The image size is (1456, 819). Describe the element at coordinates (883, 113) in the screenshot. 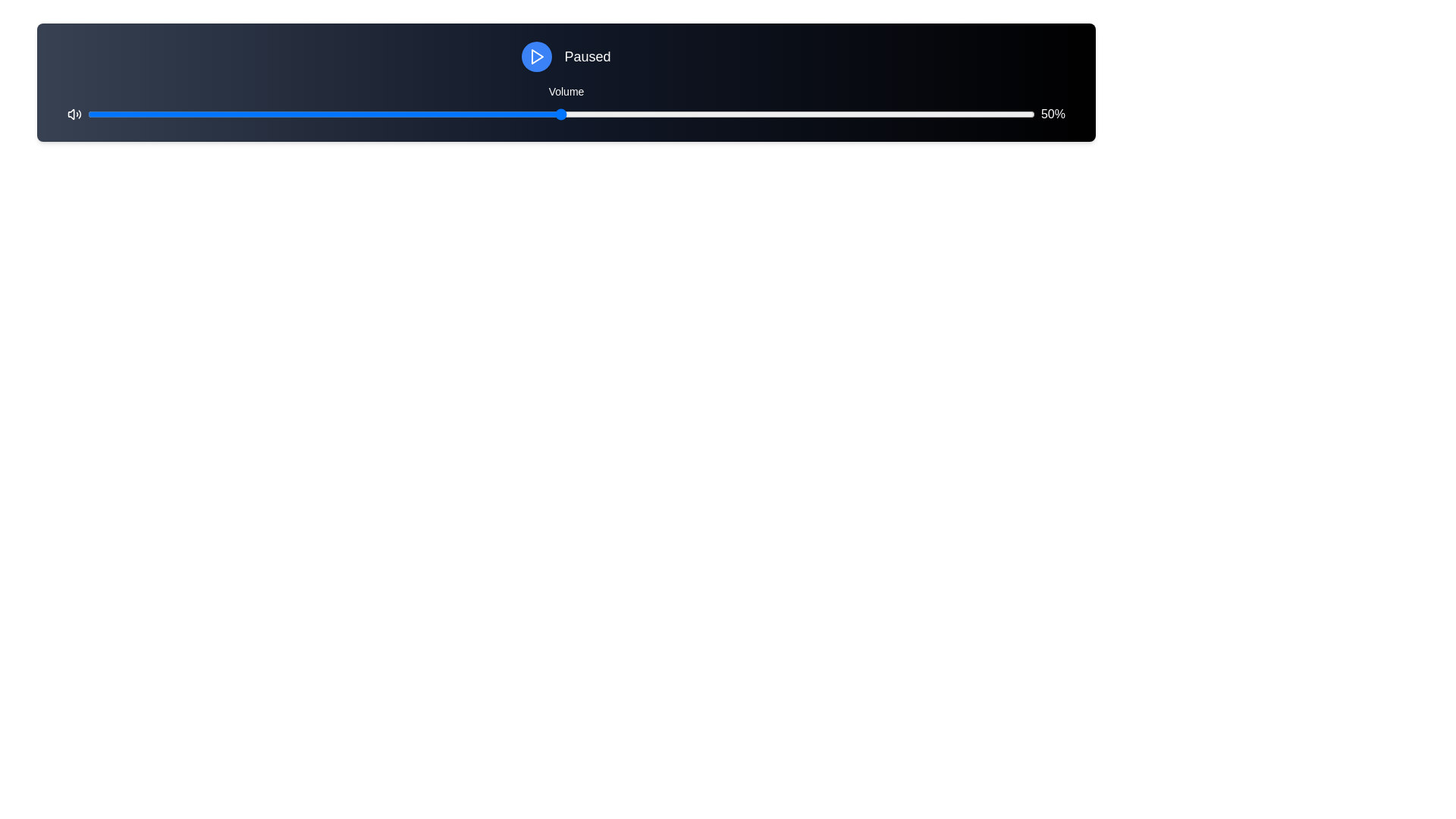

I see `the volume level` at that location.